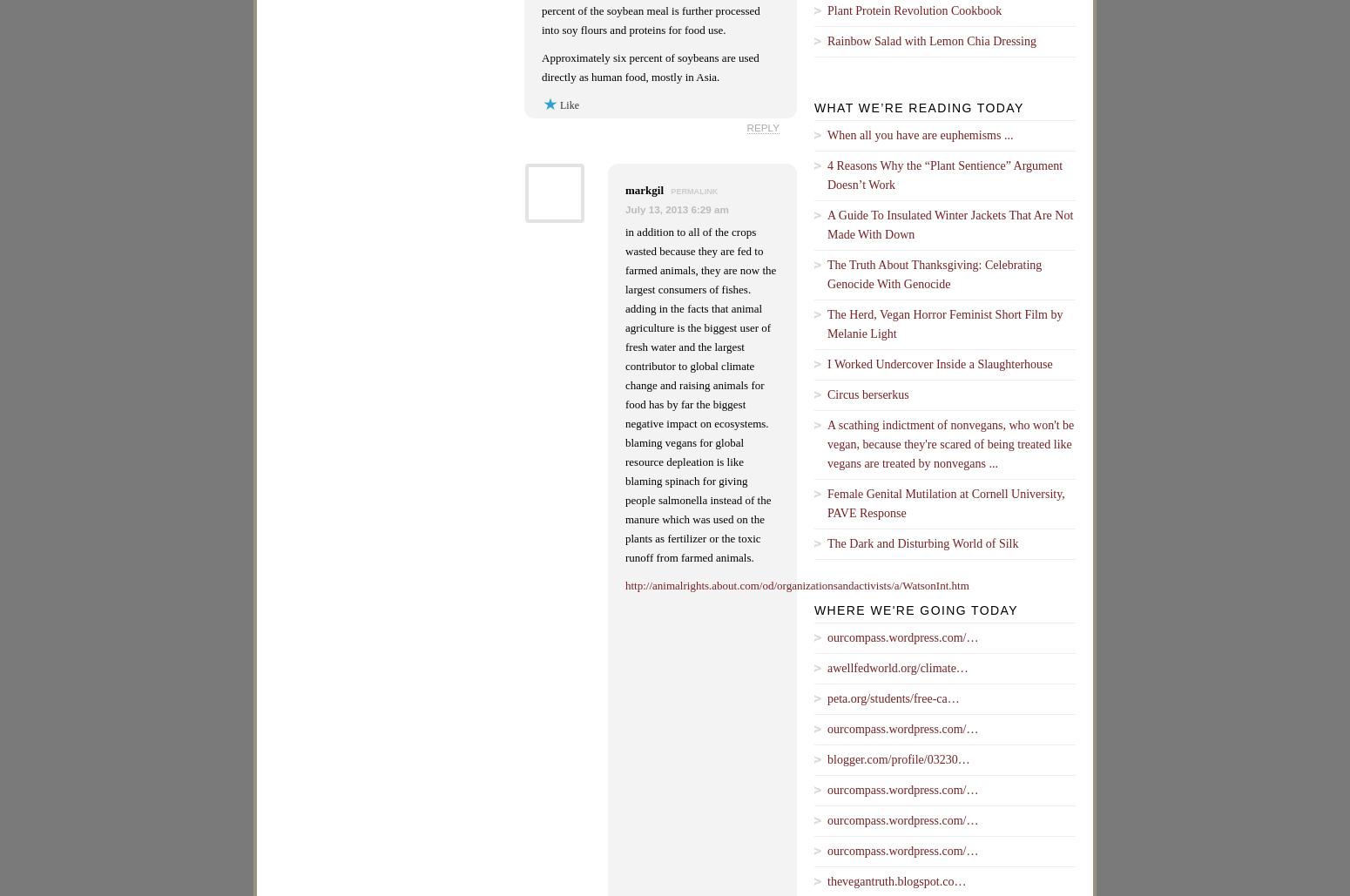 This screenshot has height=896, width=1350. What do you see at coordinates (699, 394) in the screenshot?
I see `'in addition to all of the crops wasted because they are fed to farmed animals, they are now the largest consumers of fishes. adding in the facts that animal agriculture is the biggest user of fresh water and the largest contributor to global climate change and raising animals for food has by far the biggest negative impact on ecosystems.  blaming vegans for global resource depleation is like blaming spinach for giving people salmonella instead of the manure which was used on the plants as fertilizer or the toxic runoff from farmed animals.'` at bounding box center [699, 394].